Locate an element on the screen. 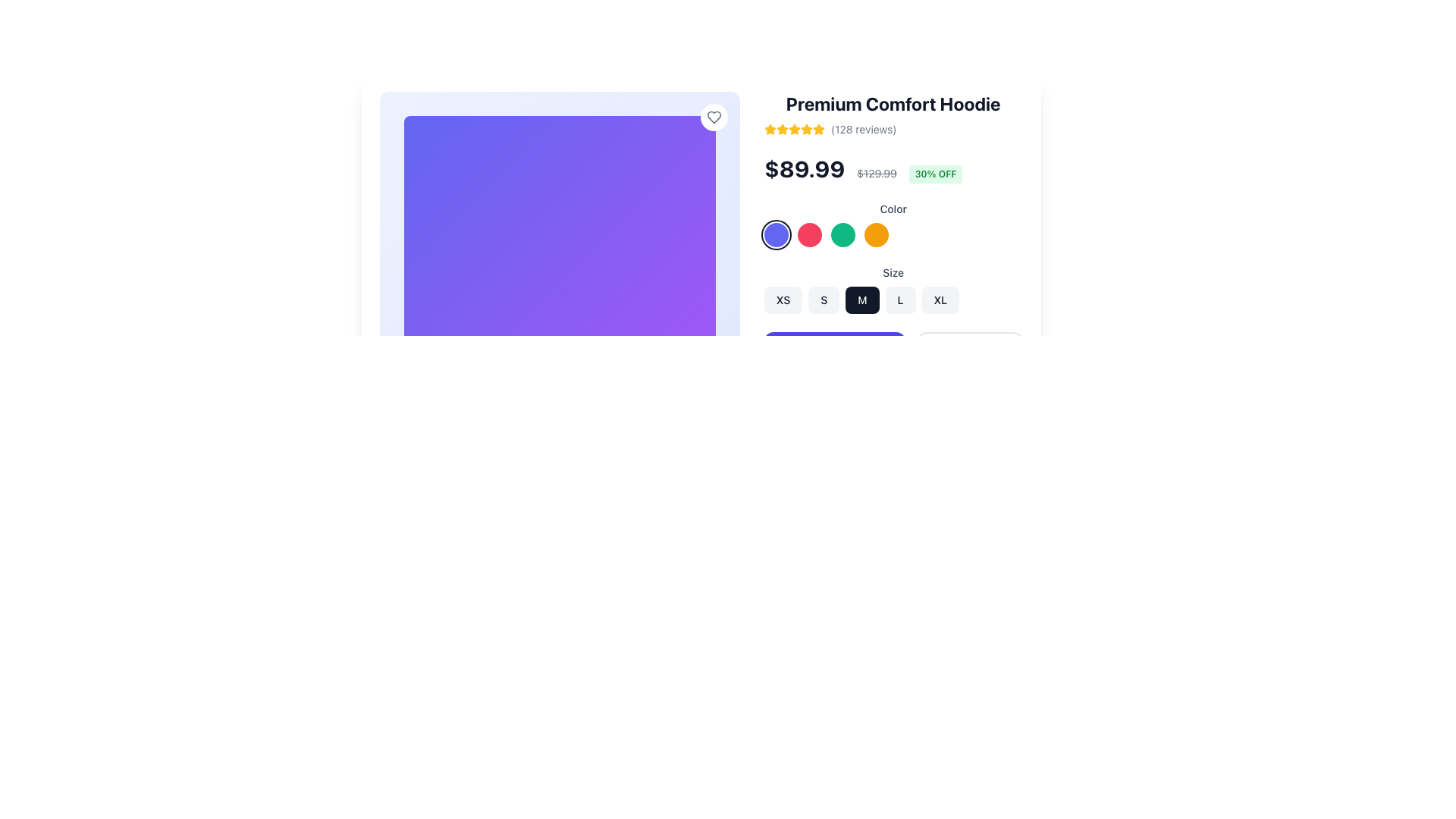 The height and width of the screenshot is (819, 1456). the prominent text 'Premium Comfort Hoodie', which is styled in a bold and large font, located at the top section of the right panel above the stars and review count is located at coordinates (893, 103).